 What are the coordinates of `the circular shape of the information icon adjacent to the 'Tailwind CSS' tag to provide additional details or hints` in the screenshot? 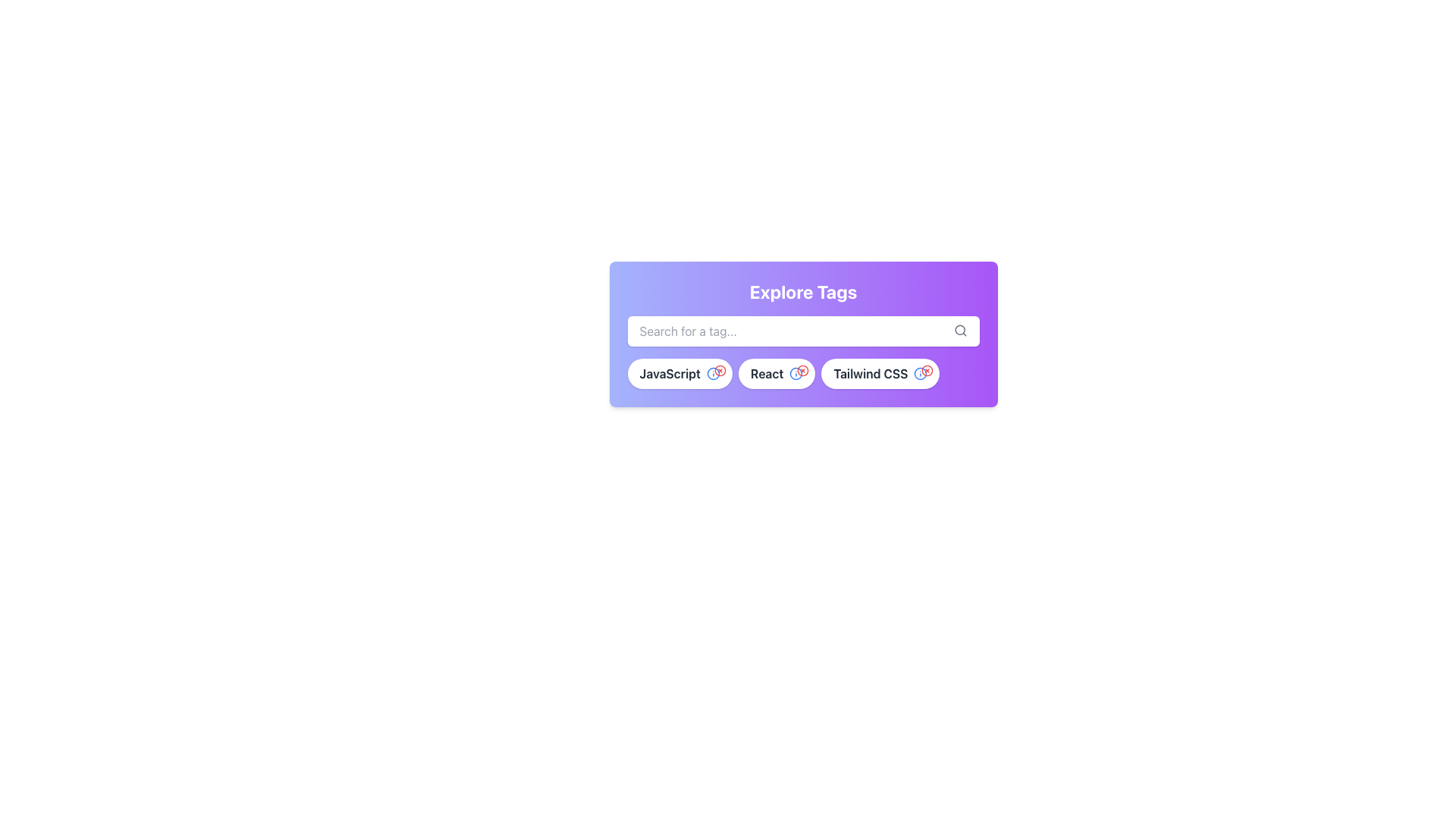 It's located at (920, 374).